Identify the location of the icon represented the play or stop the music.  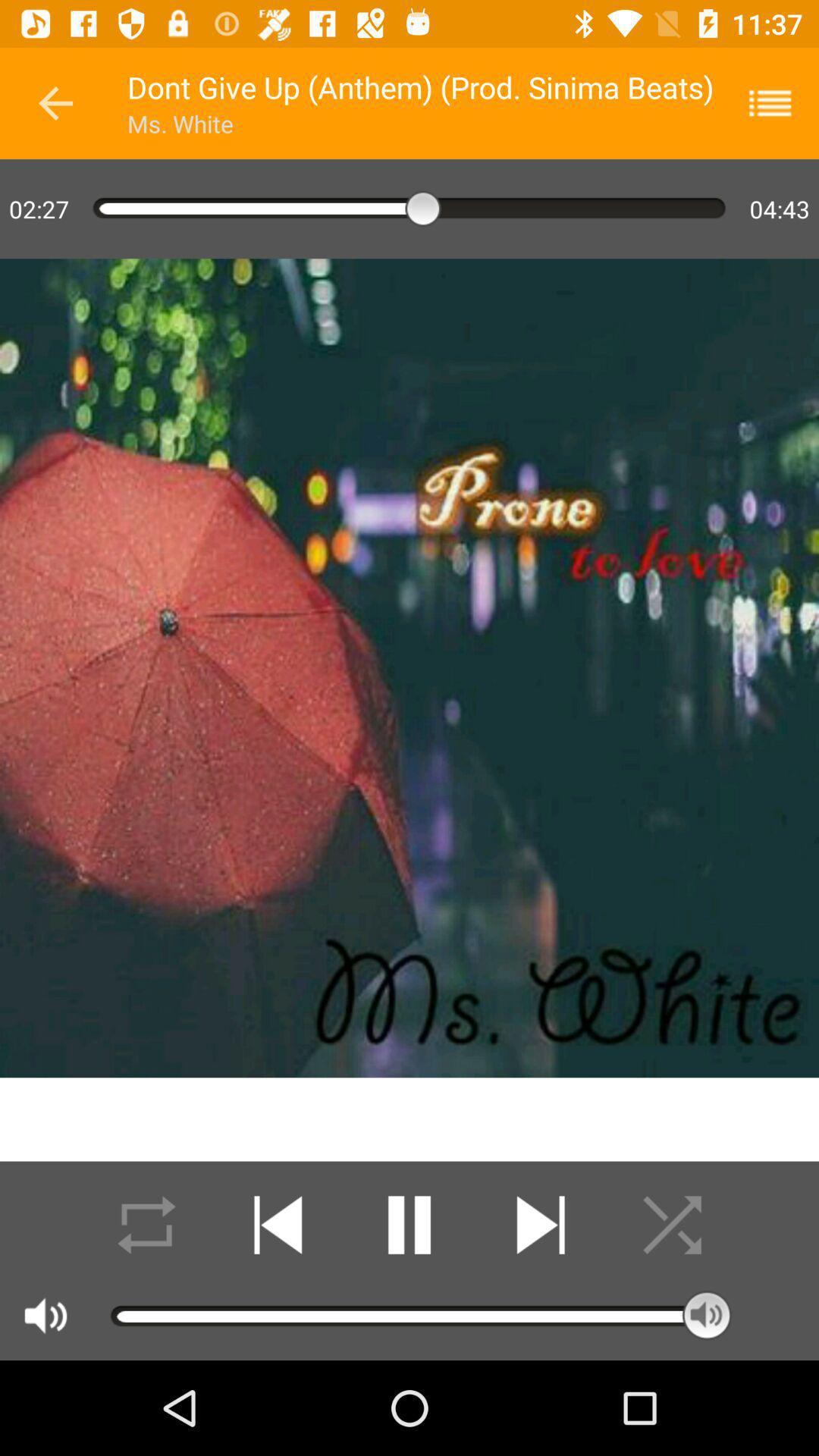
(409, 1225).